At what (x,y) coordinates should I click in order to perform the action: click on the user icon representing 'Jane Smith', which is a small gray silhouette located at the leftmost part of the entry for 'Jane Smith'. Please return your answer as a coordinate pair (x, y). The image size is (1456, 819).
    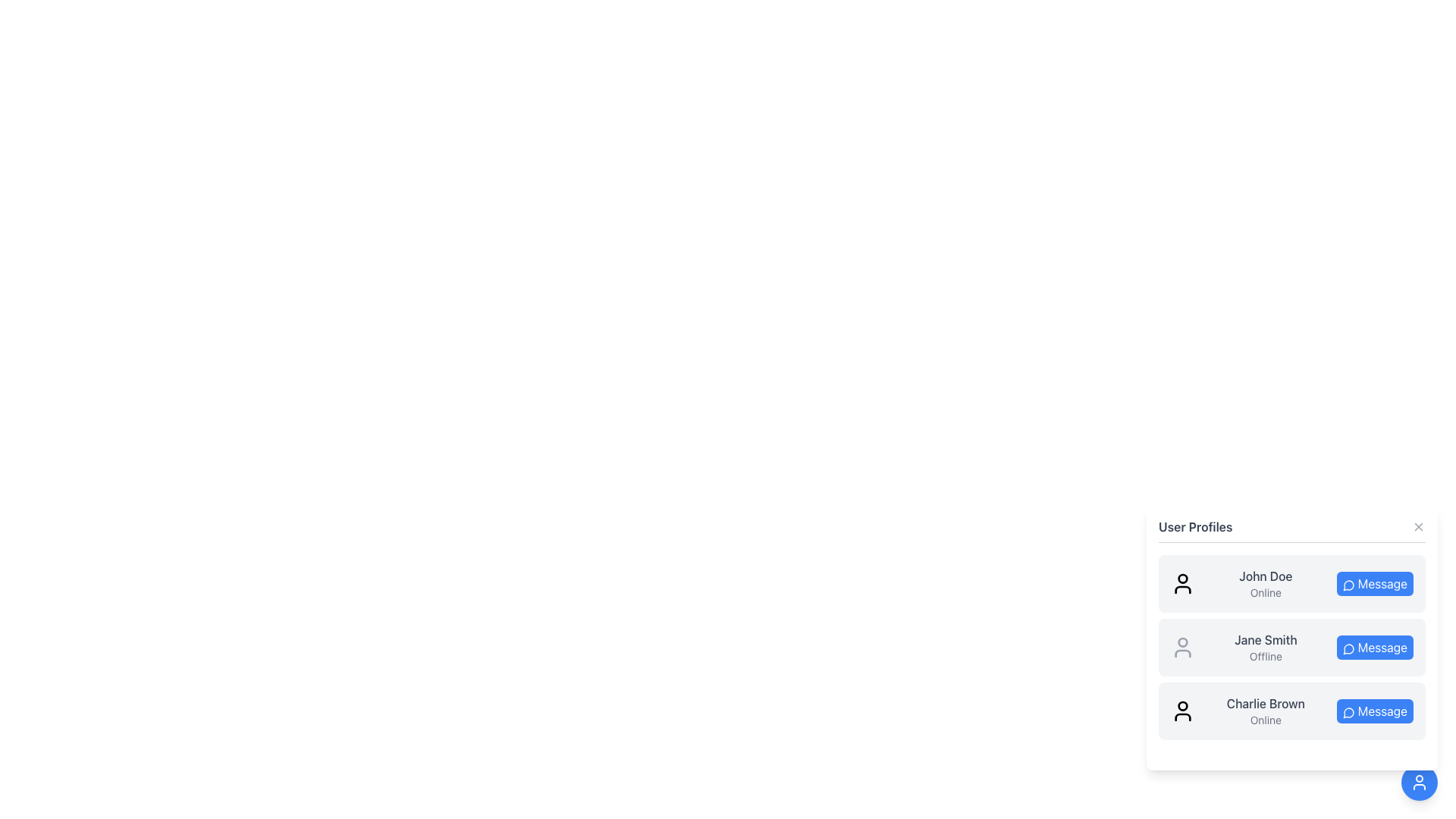
    Looking at the image, I should click on (1182, 647).